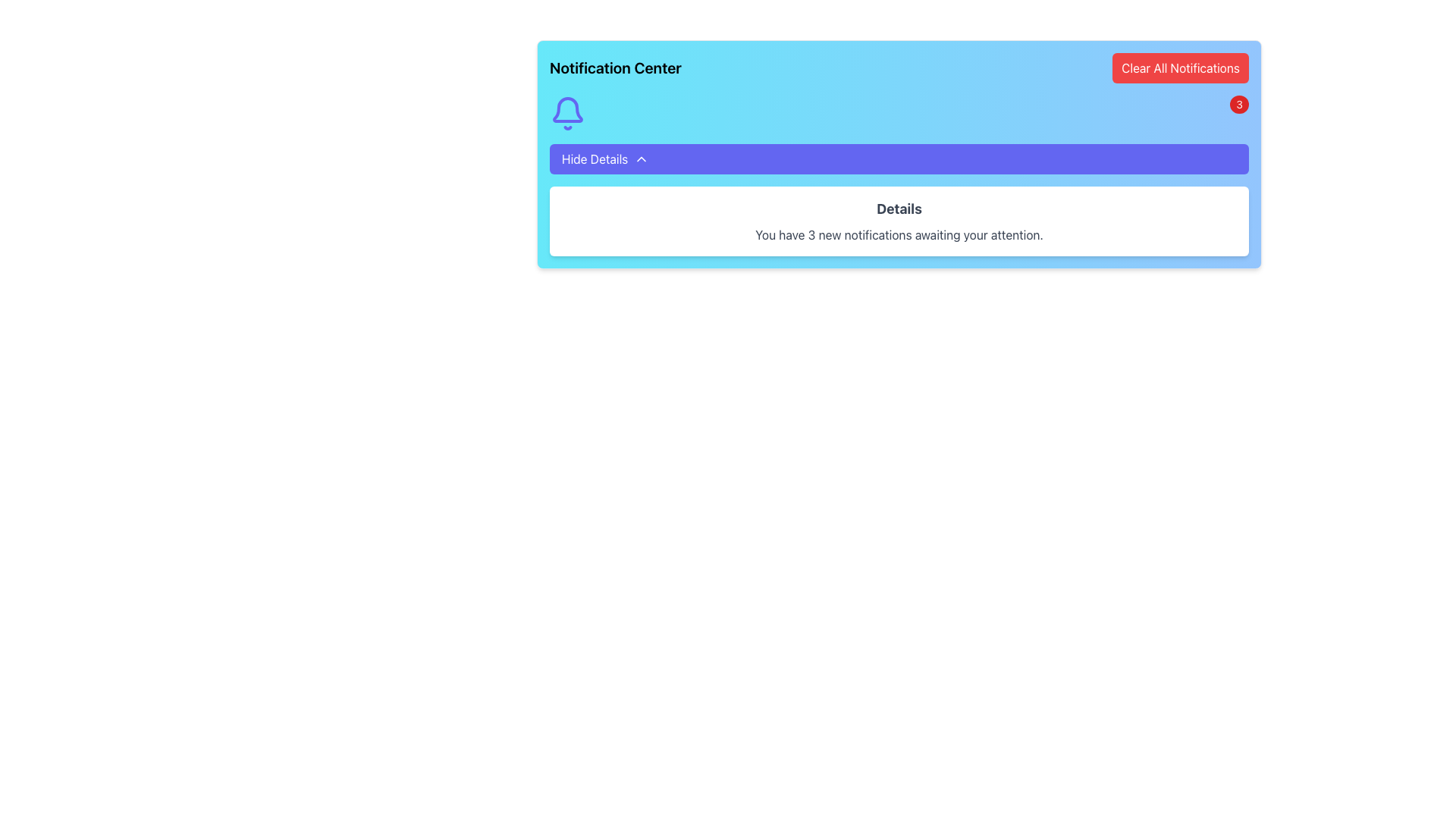  What do you see at coordinates (566, 109) in the screenshot?
I see `the graphical icon that represents notifications located near the top of the notification center panel, slightly to the left` at bounding box center [566, 109].